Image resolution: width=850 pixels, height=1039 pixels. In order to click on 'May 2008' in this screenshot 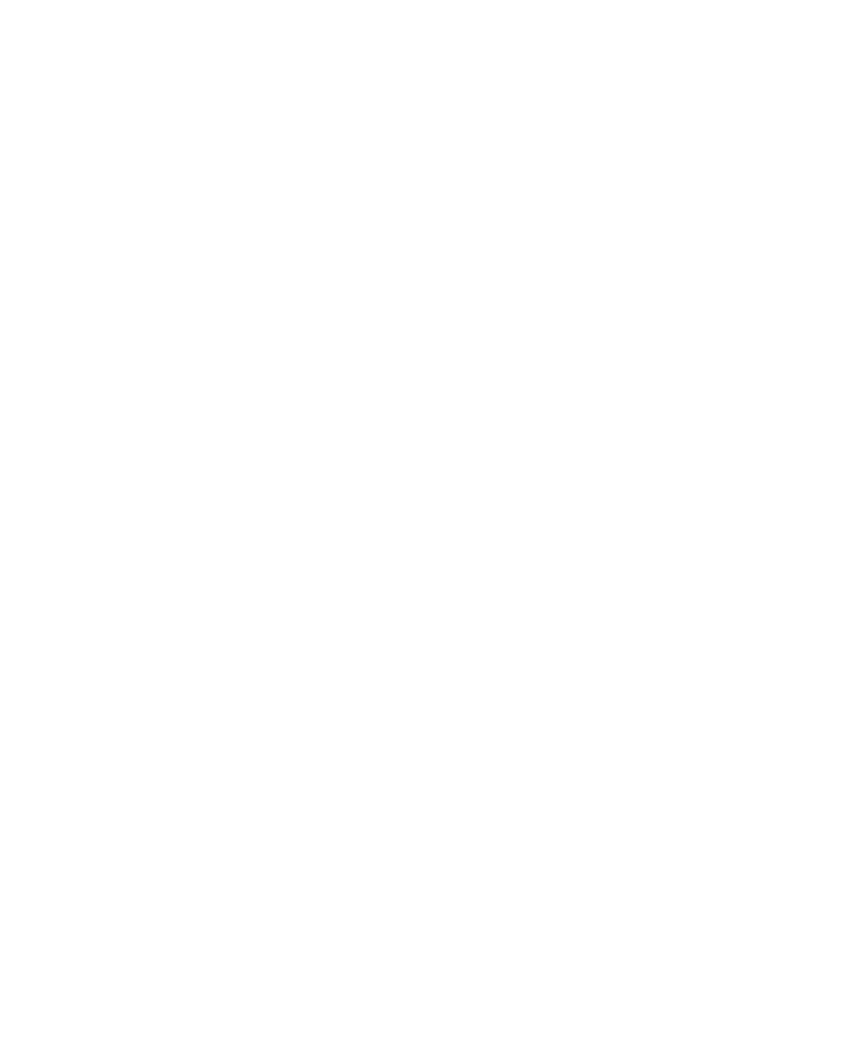, I will do `click(123, 911)`.